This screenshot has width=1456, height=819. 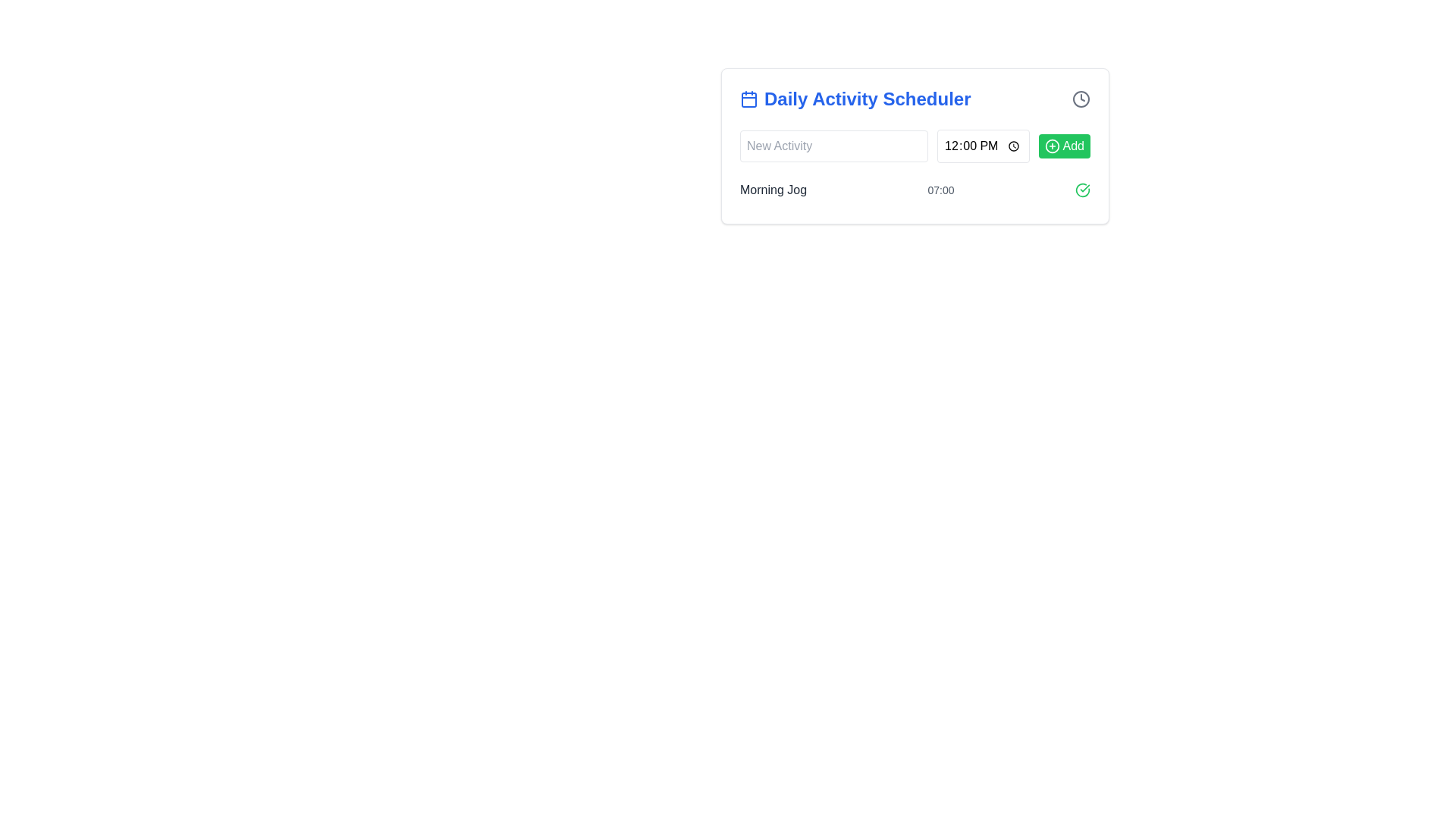 What do you see at coordinates (749, 99) in the screenshot?
I see `the Icon component of the calendar, which is located adjacent to the 'Daily Activity Scheduler' text in the header area` at bounding box center [749, 99].